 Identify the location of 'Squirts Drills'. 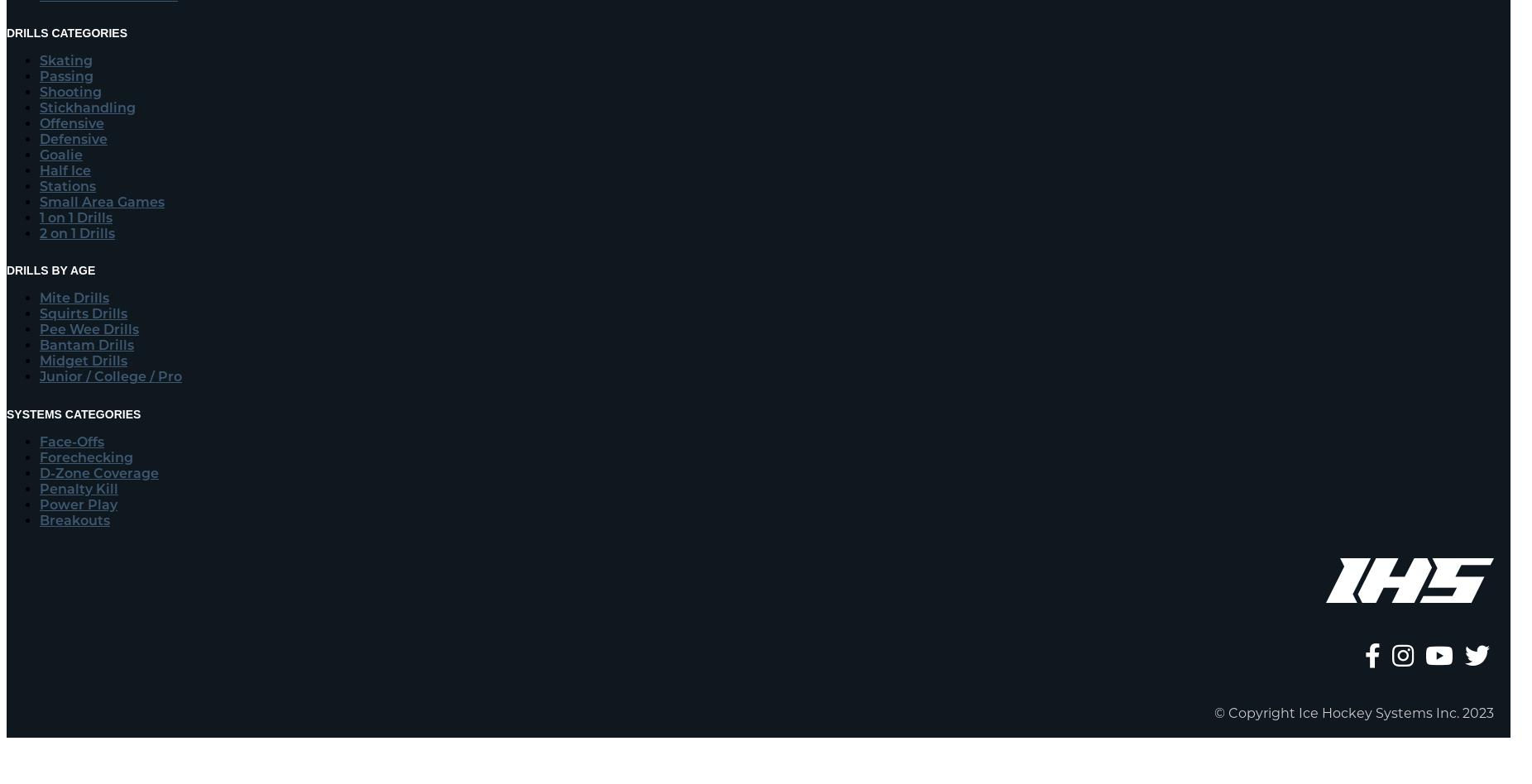
(38, 313).